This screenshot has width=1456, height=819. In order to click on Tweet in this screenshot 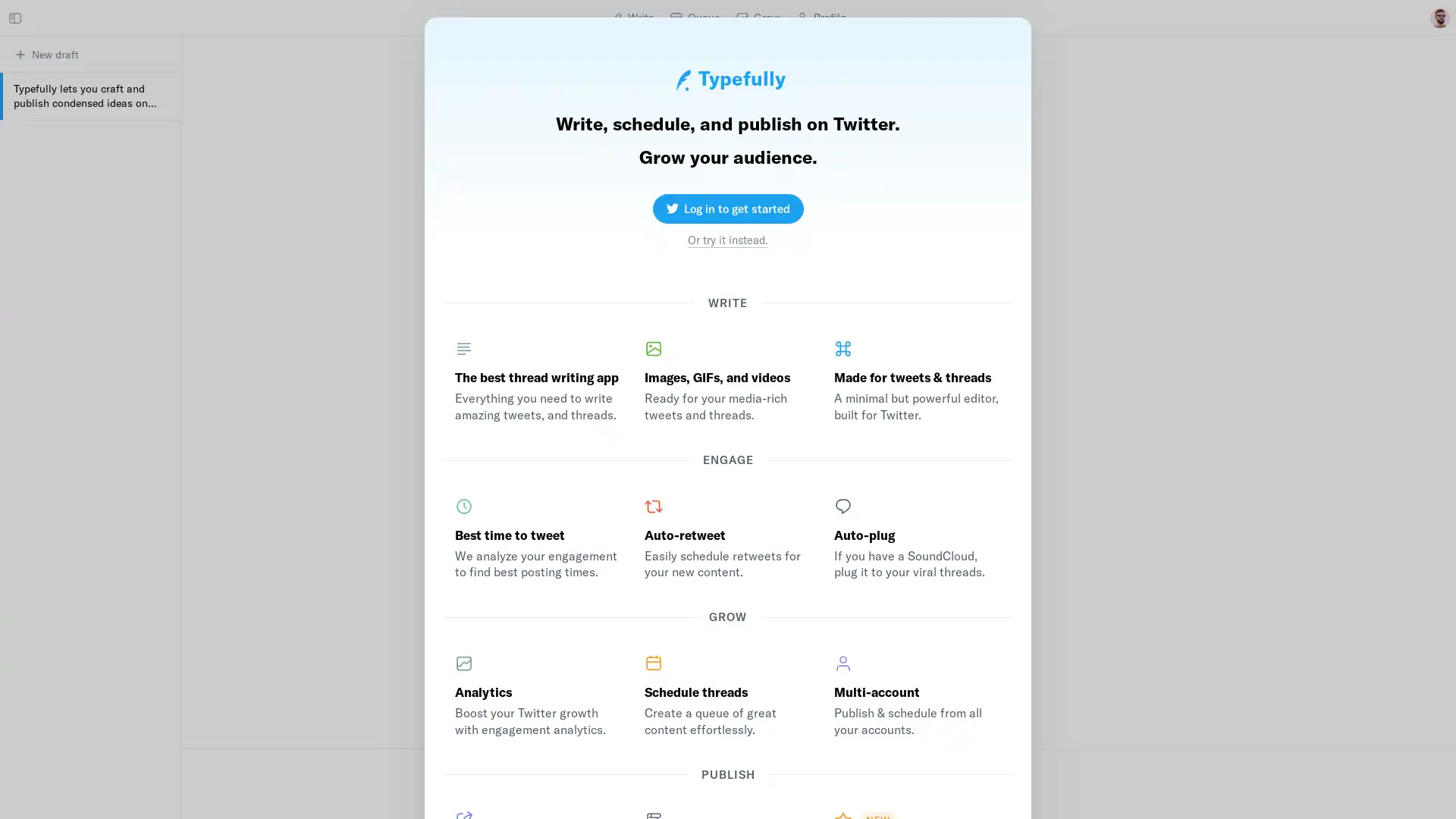, I will do `click(921, 795)`.